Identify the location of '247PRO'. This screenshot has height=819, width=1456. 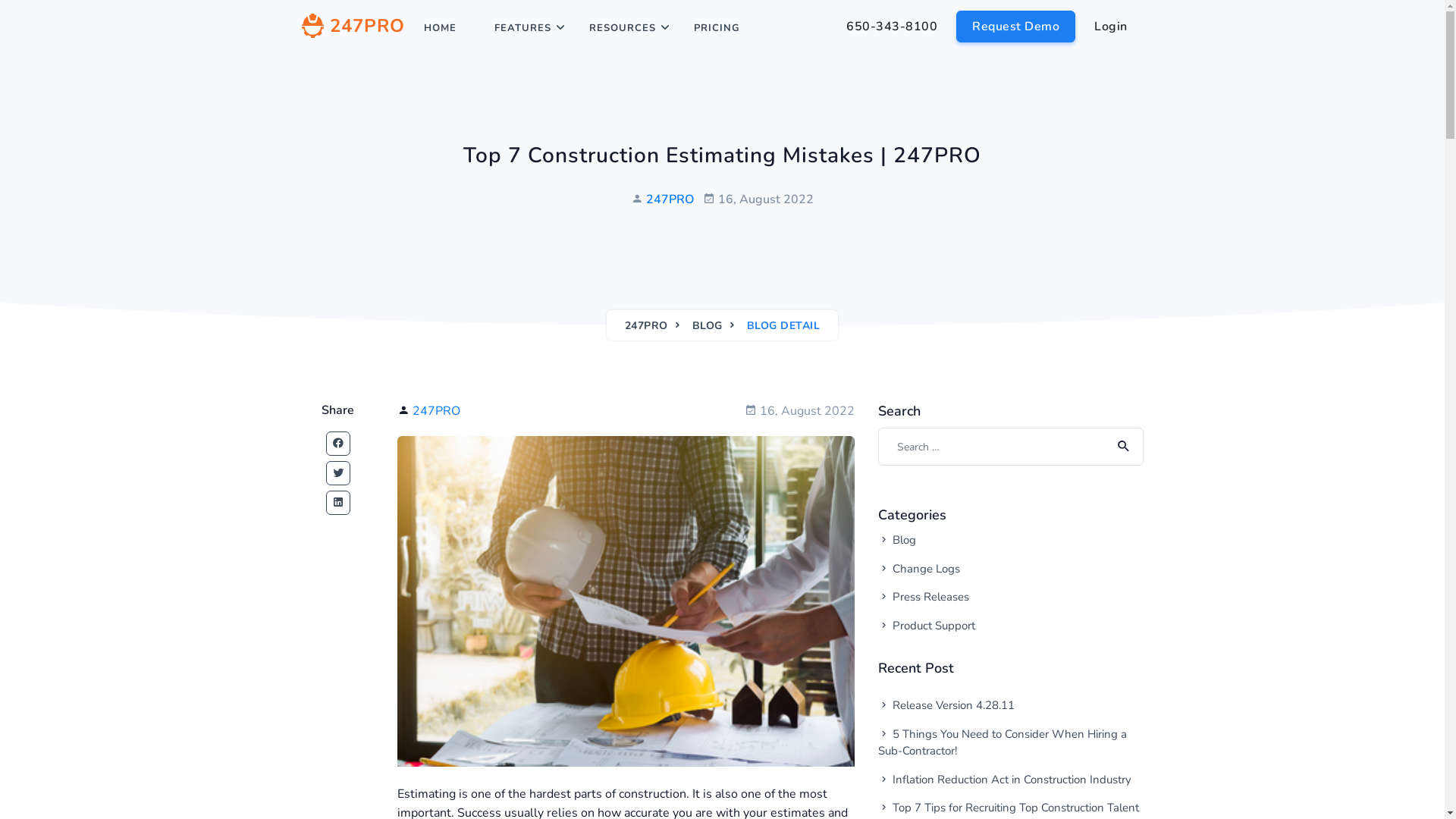
(435, 411).